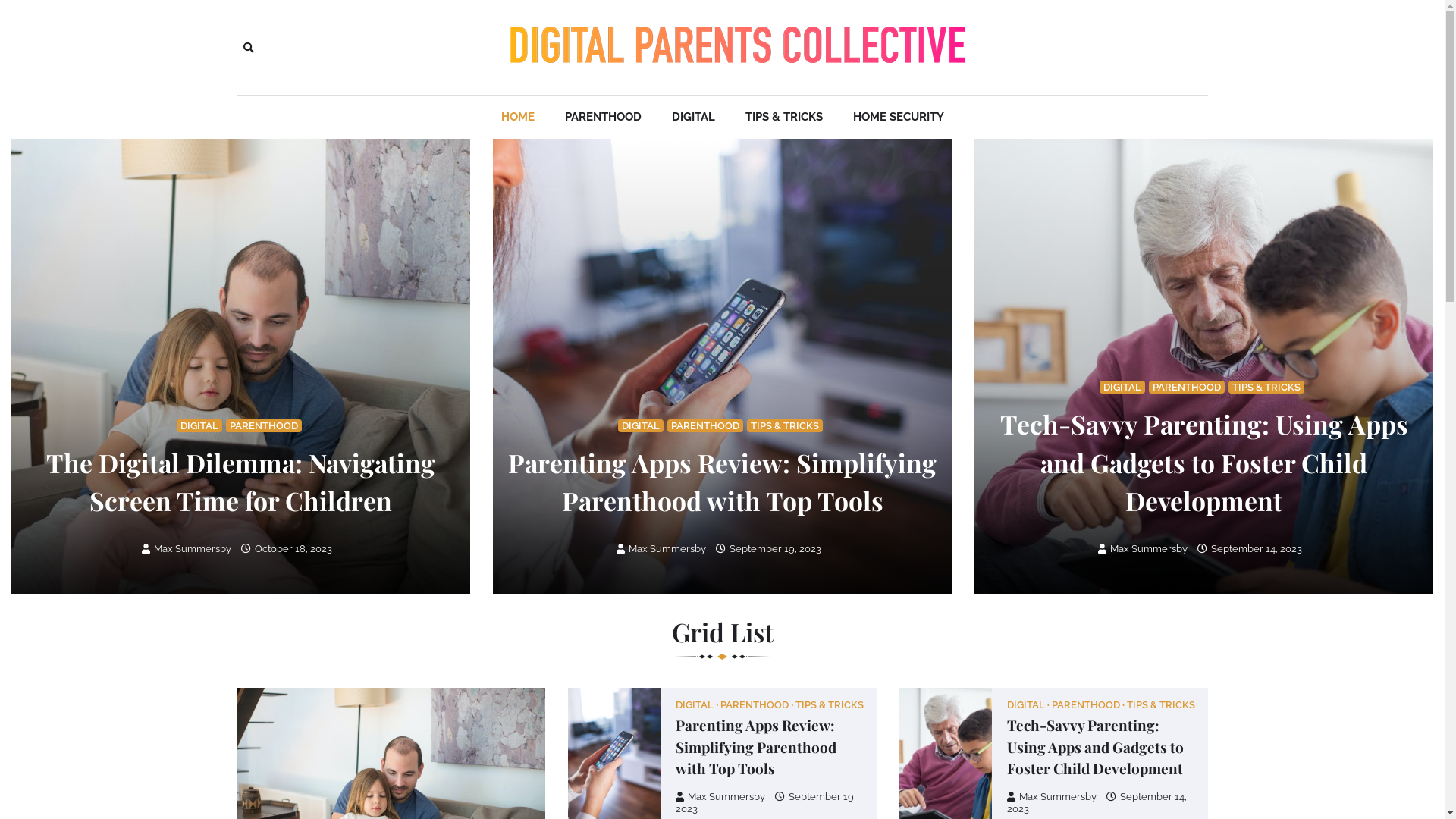 The image size is (1456, 819). I want to click on 'DIGITAL', so click(1028, 704).